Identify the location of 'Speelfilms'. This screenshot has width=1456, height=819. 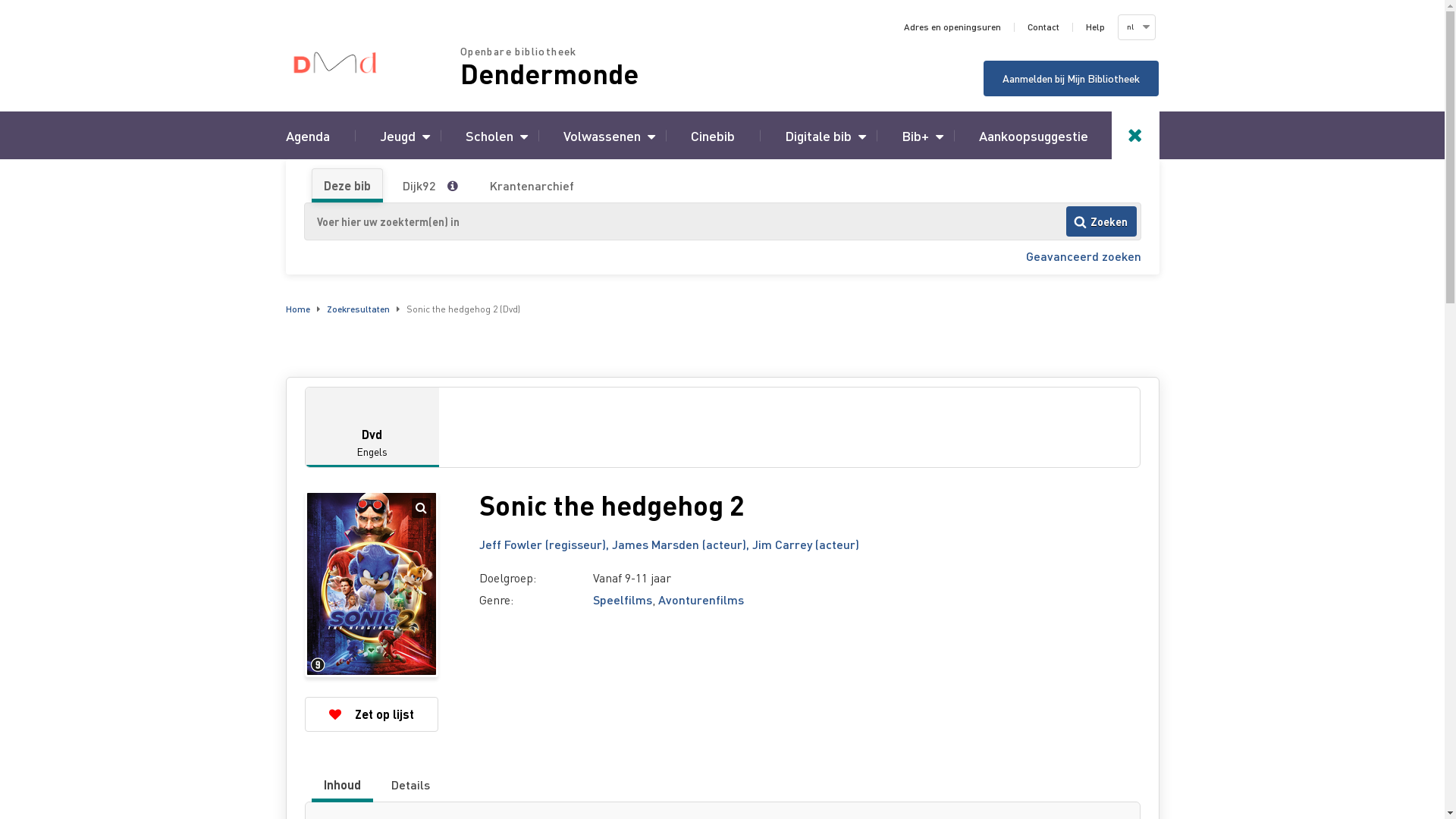
(622, 598).